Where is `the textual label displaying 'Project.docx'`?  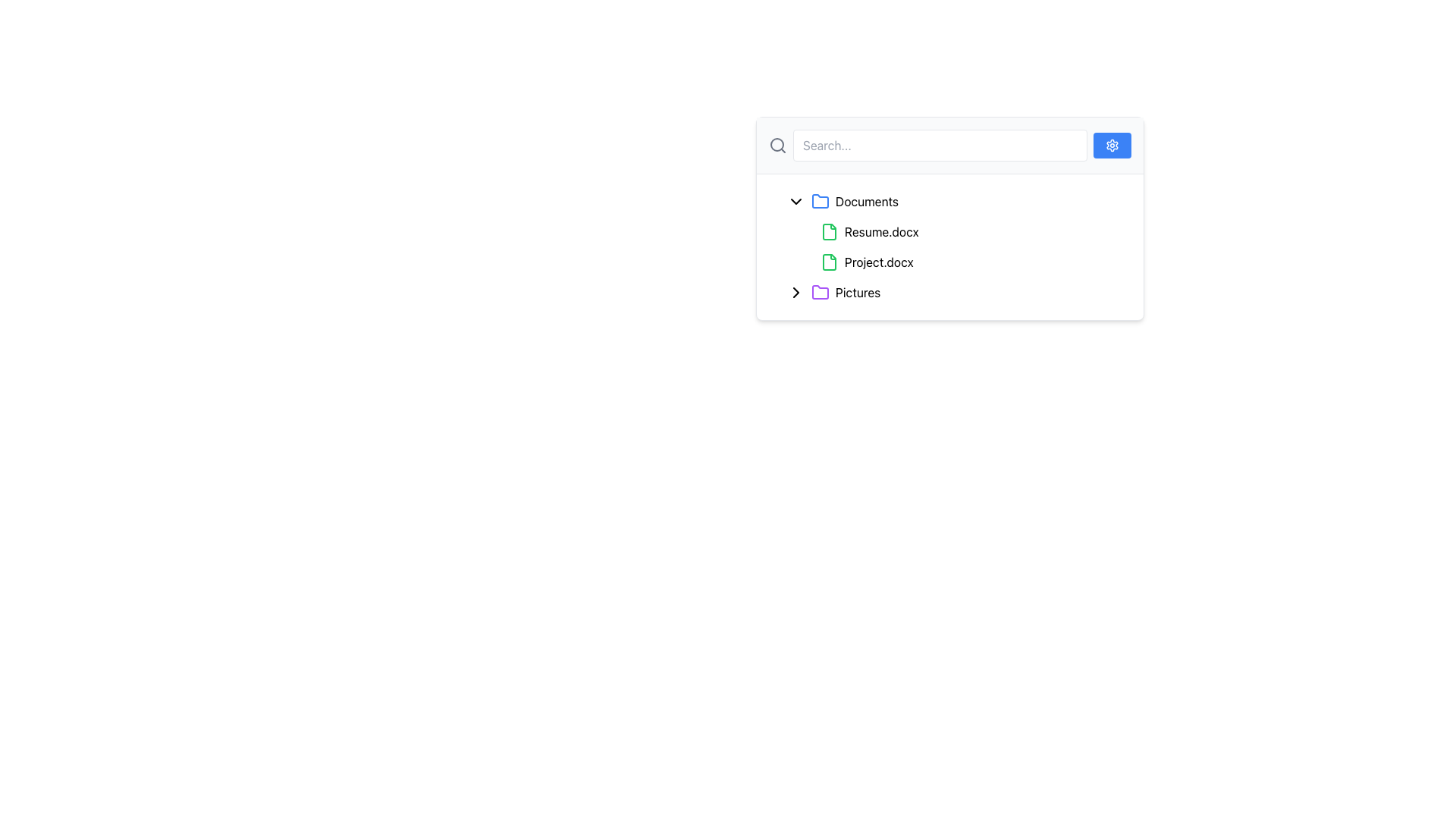 the textual label displaying 'Project.docx' is located at coordinates (879, 262).